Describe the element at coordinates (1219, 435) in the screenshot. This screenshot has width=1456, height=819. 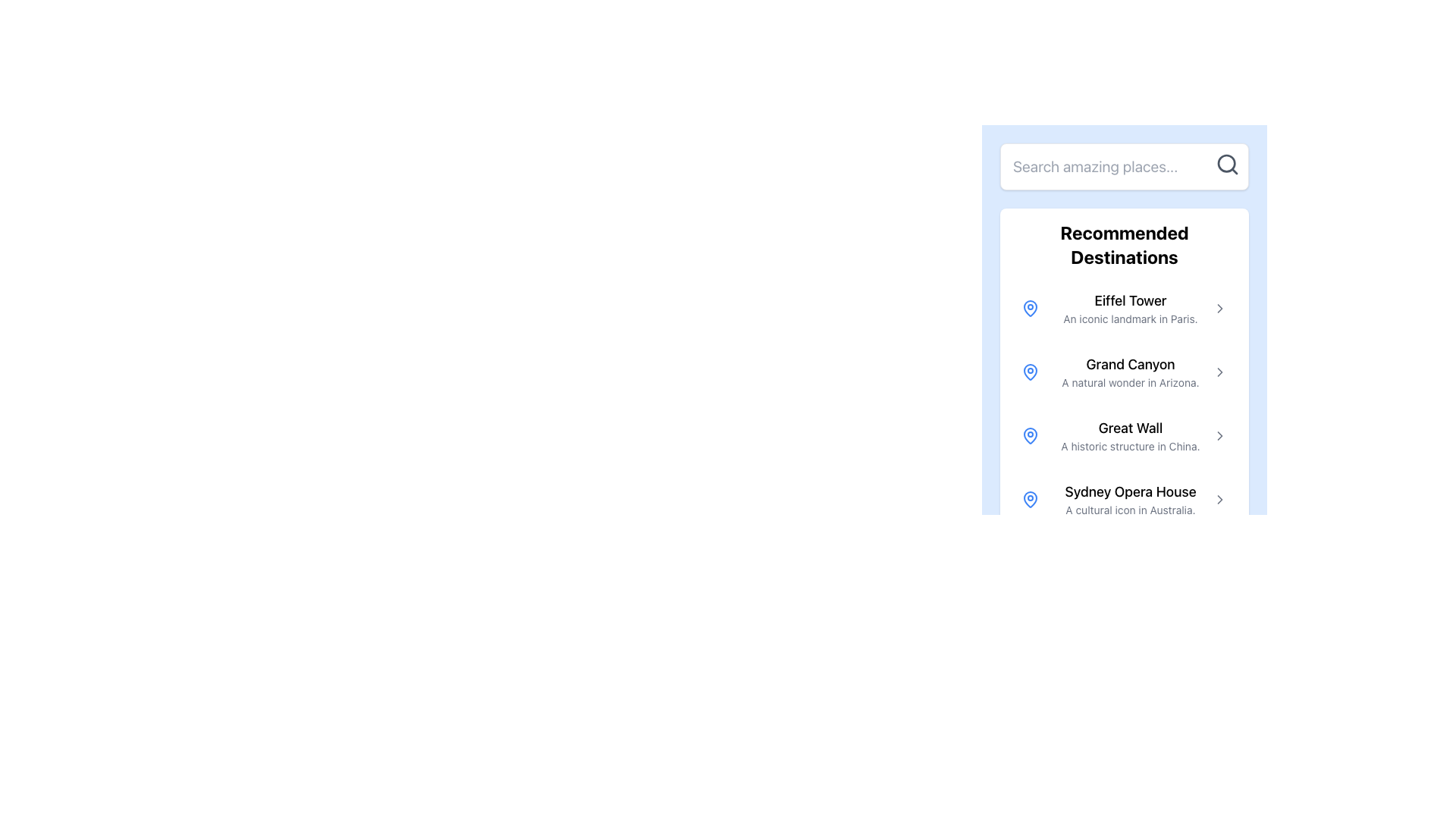
I see `the right-pointing chevron icon styled in gray, located next to the 'Great Wall' entry in the 'Recommended Destinations' list` at that location.